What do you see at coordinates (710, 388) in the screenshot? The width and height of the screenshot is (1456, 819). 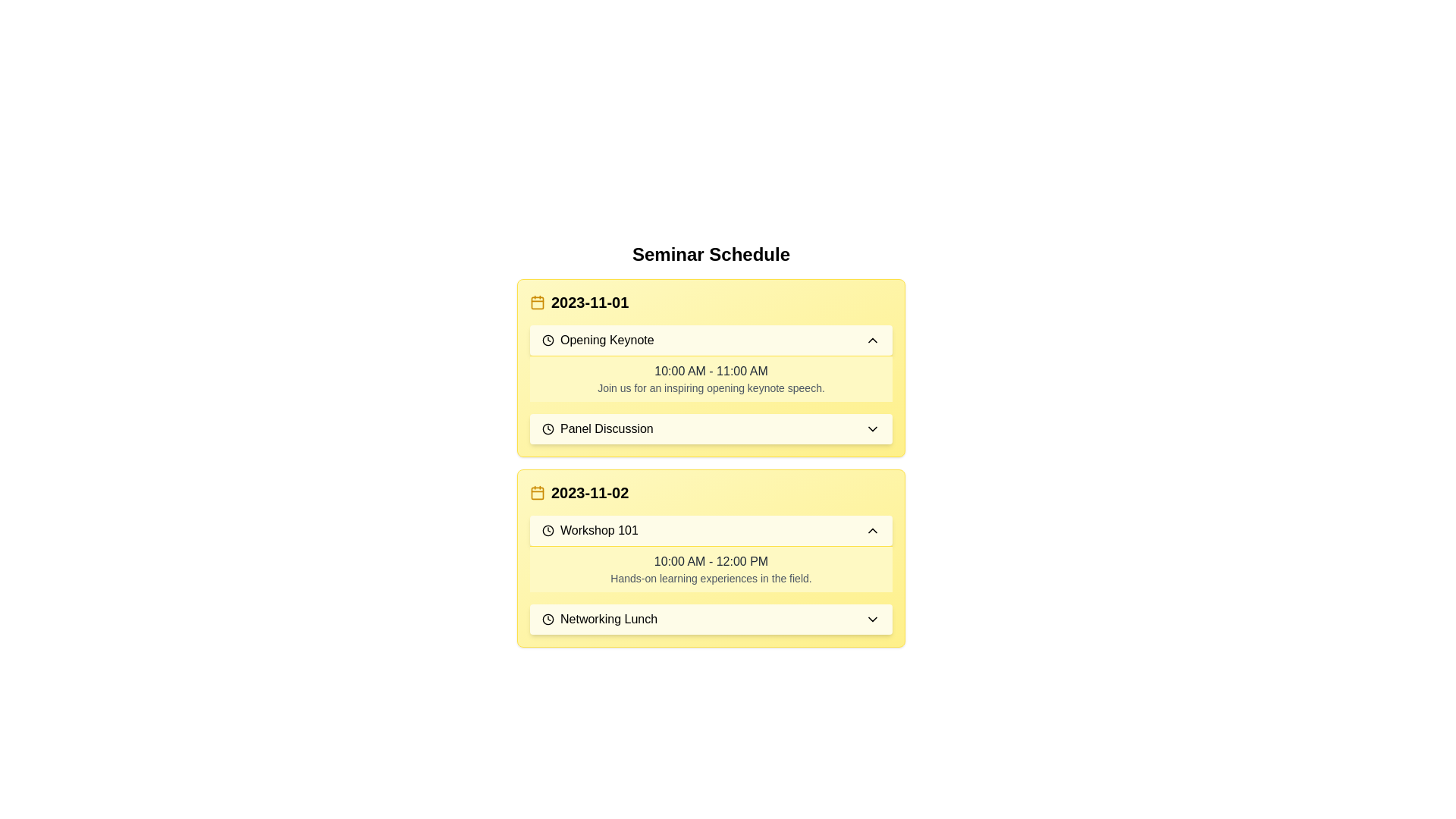 I see `the static text providing details about the keynote event located under the '10:00 AM - 11:00 AM' time range in the 'Opening Keynote' section of the '2023-11-01' schedule` at bounding box center [710, 388].